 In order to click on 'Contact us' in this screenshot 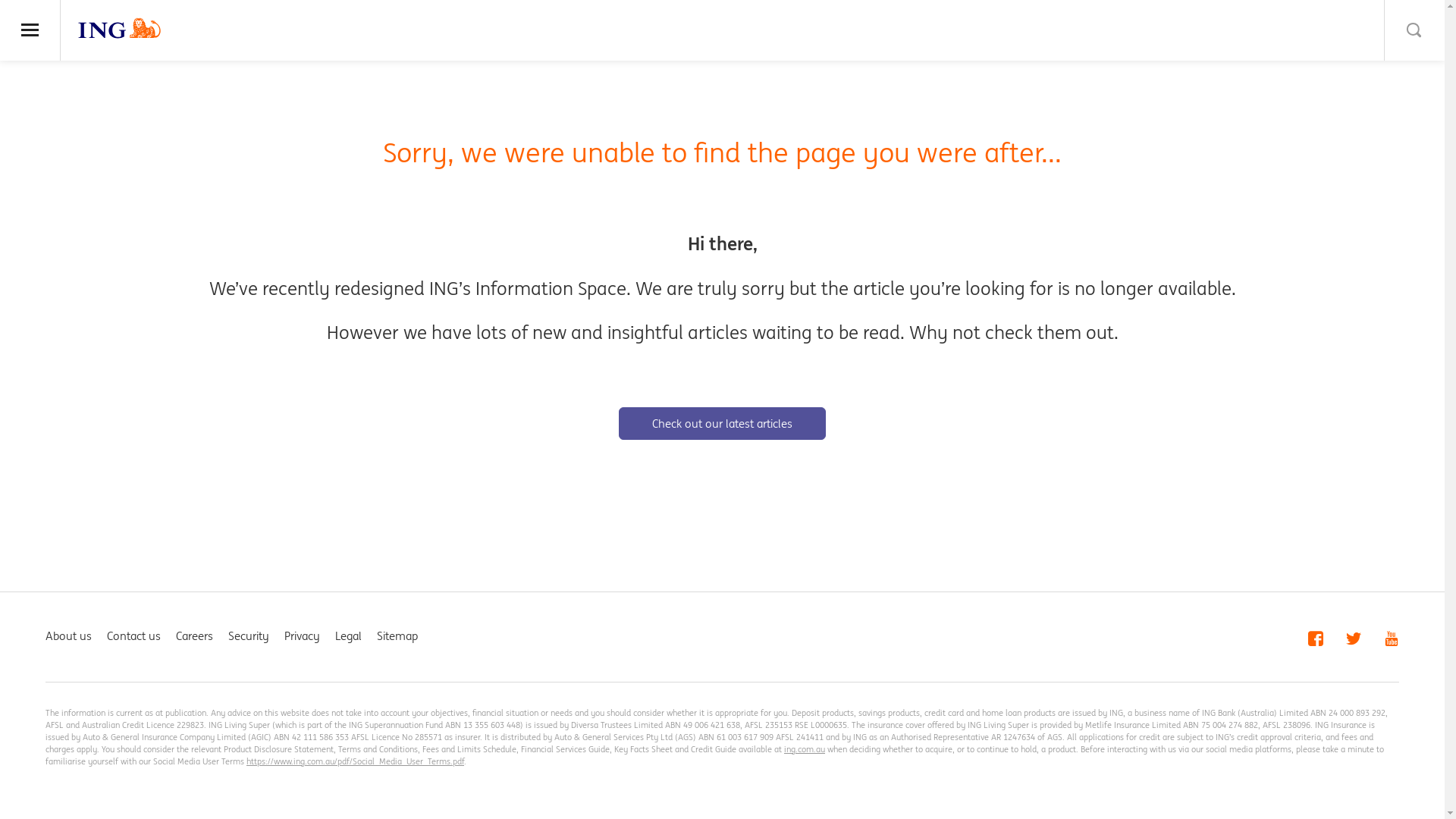, I will do `click(133, 635)`.